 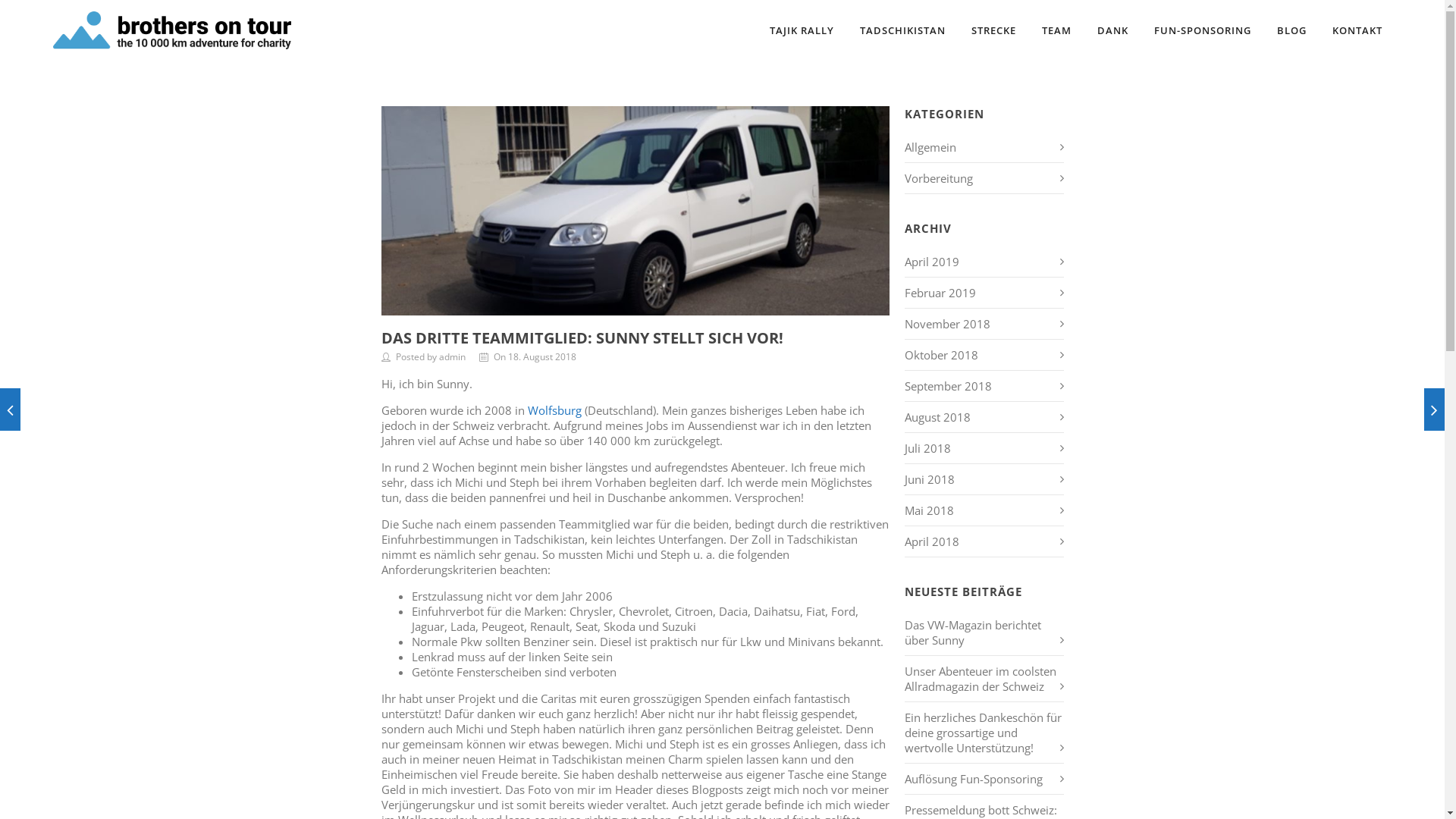 What do you see at coordinates (1087, 30) in the screenshot?
I see `'DANK'` at bounding box center [1087, 30].